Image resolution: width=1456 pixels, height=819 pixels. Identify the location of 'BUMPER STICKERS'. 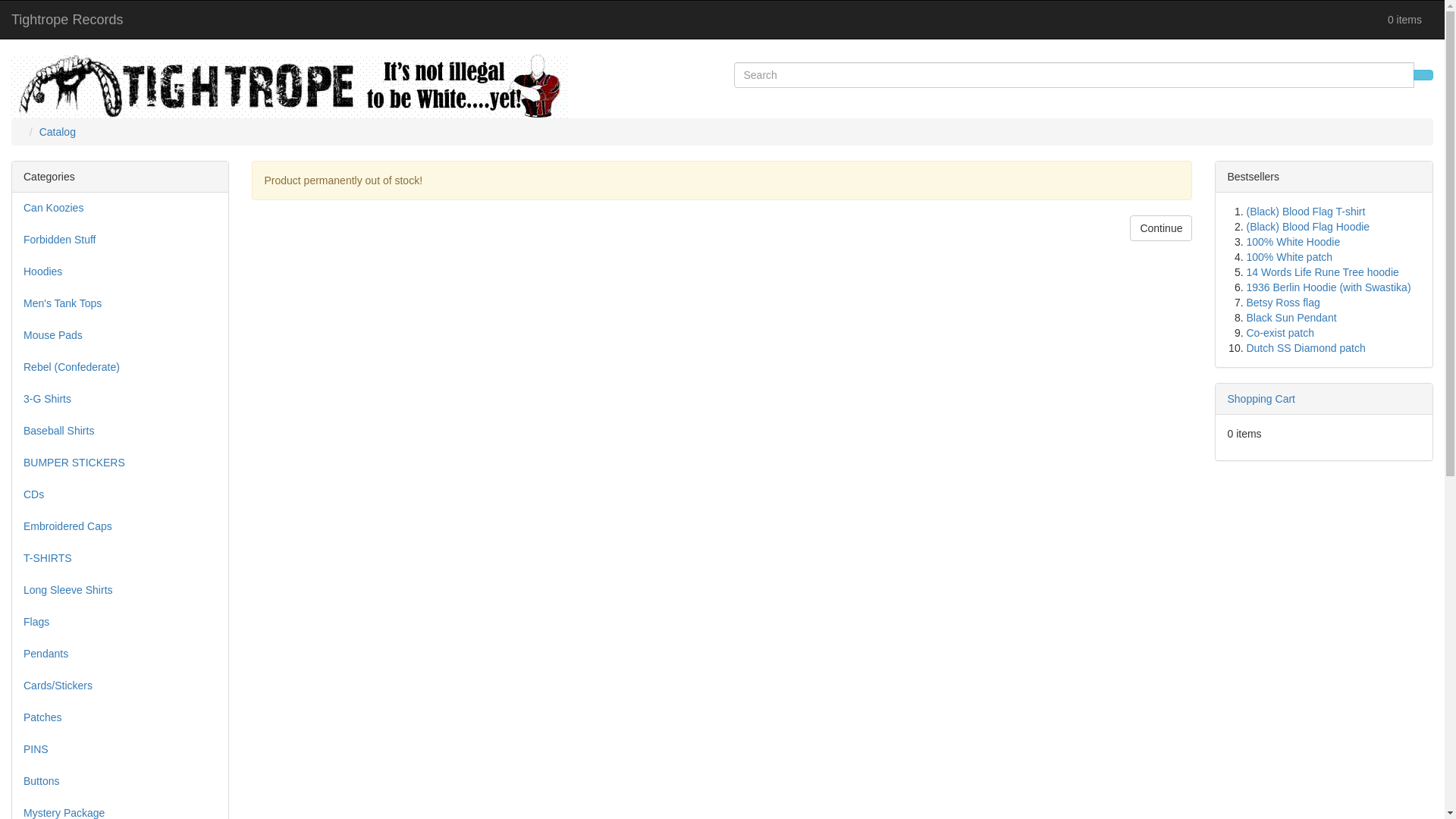
(119, 461).